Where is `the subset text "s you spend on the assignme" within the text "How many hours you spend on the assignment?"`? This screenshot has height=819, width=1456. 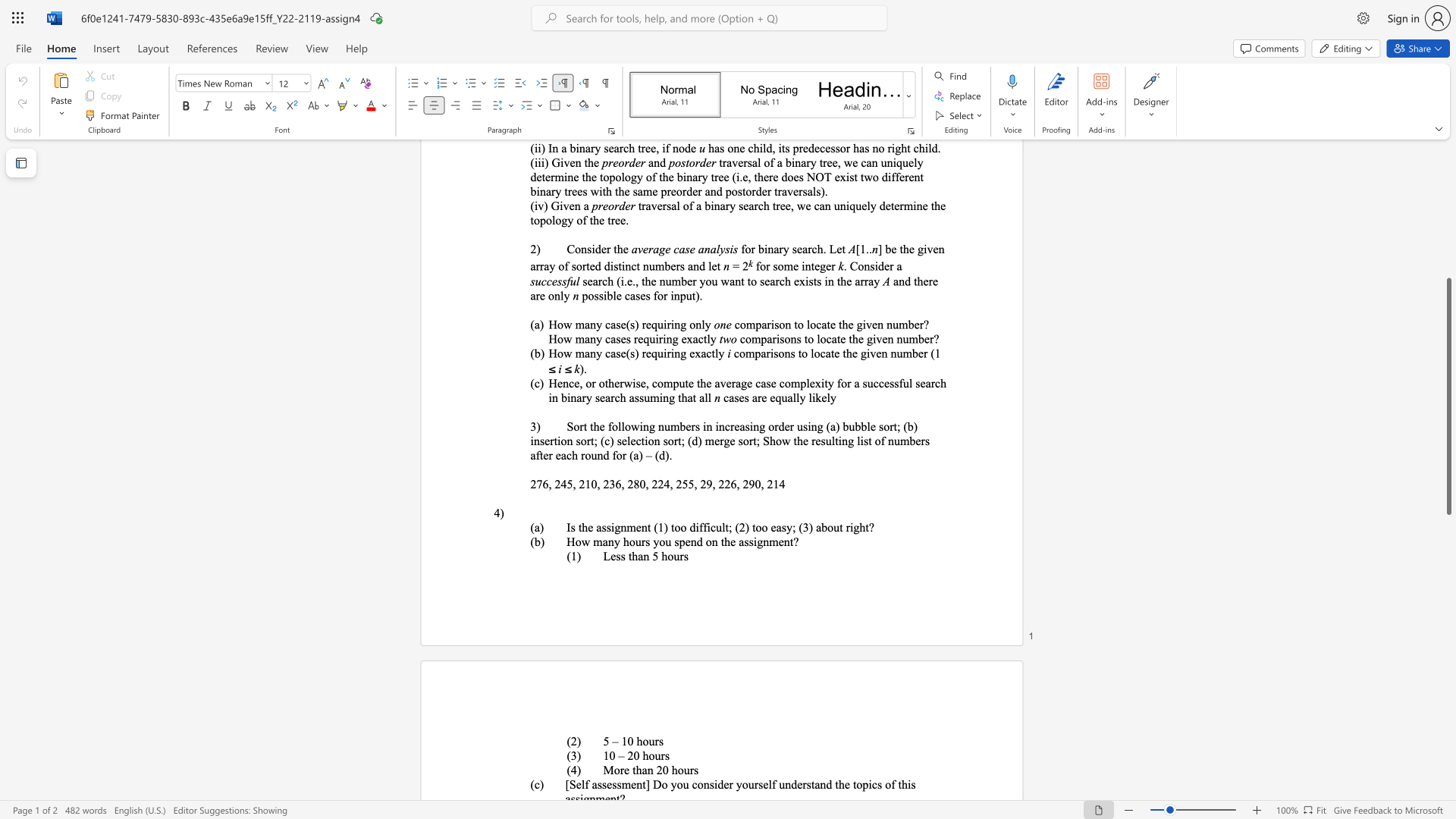 the subset text "s you spend on the assignme" within the text "How many hours you spend on the assignment?" is located at coordinates (645, 541).